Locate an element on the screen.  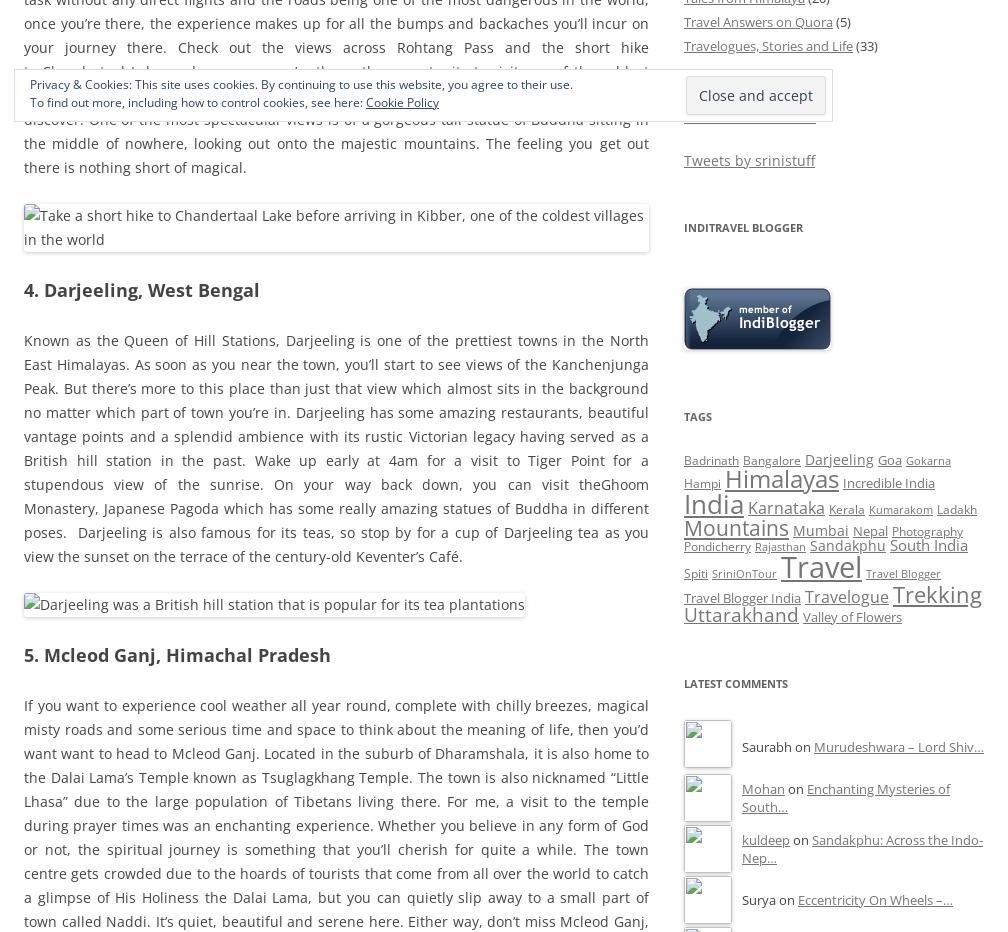
'Nepal' is located at coordinates (870, 530).